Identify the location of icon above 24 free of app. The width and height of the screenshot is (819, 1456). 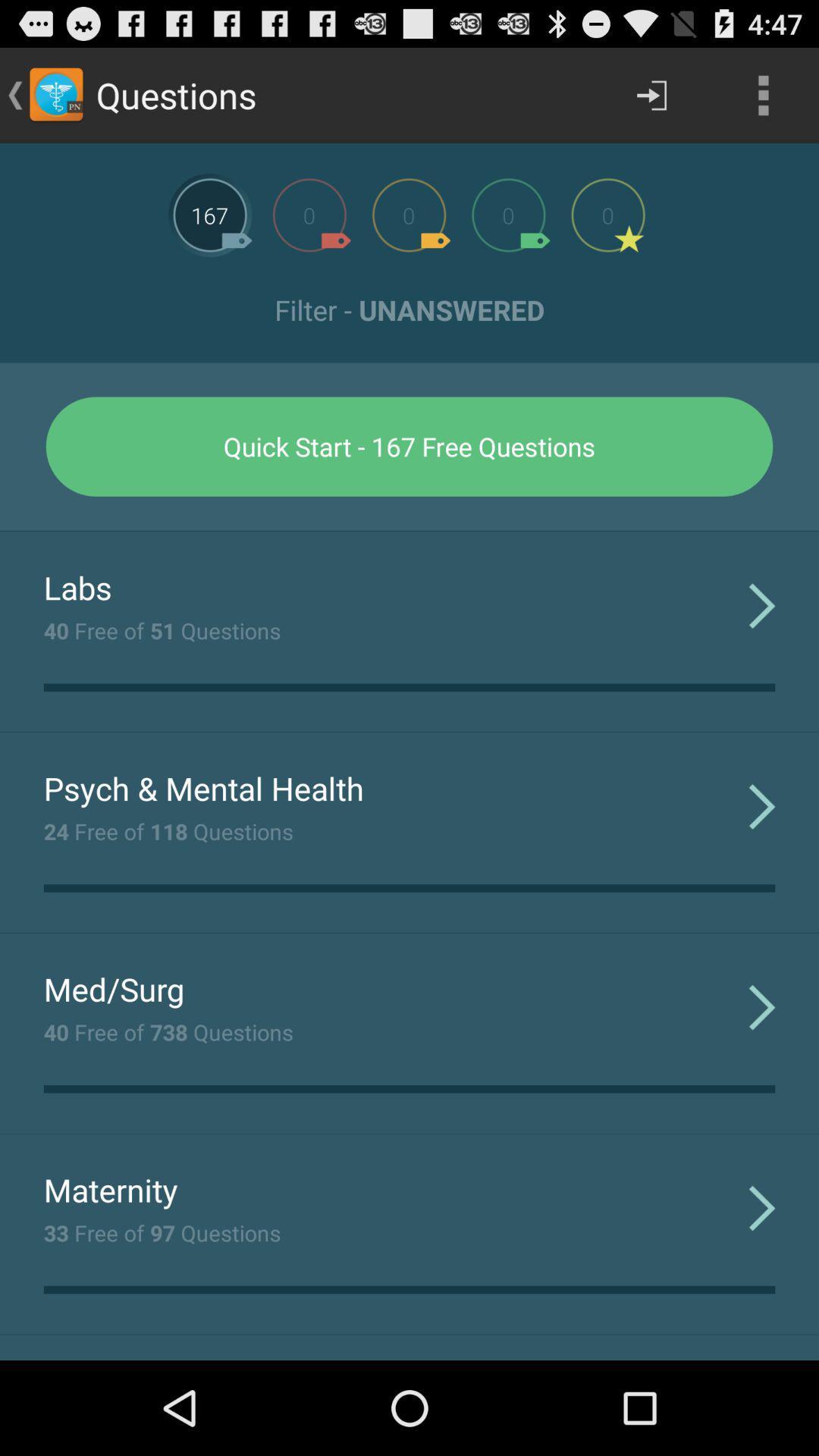
(202, 788).